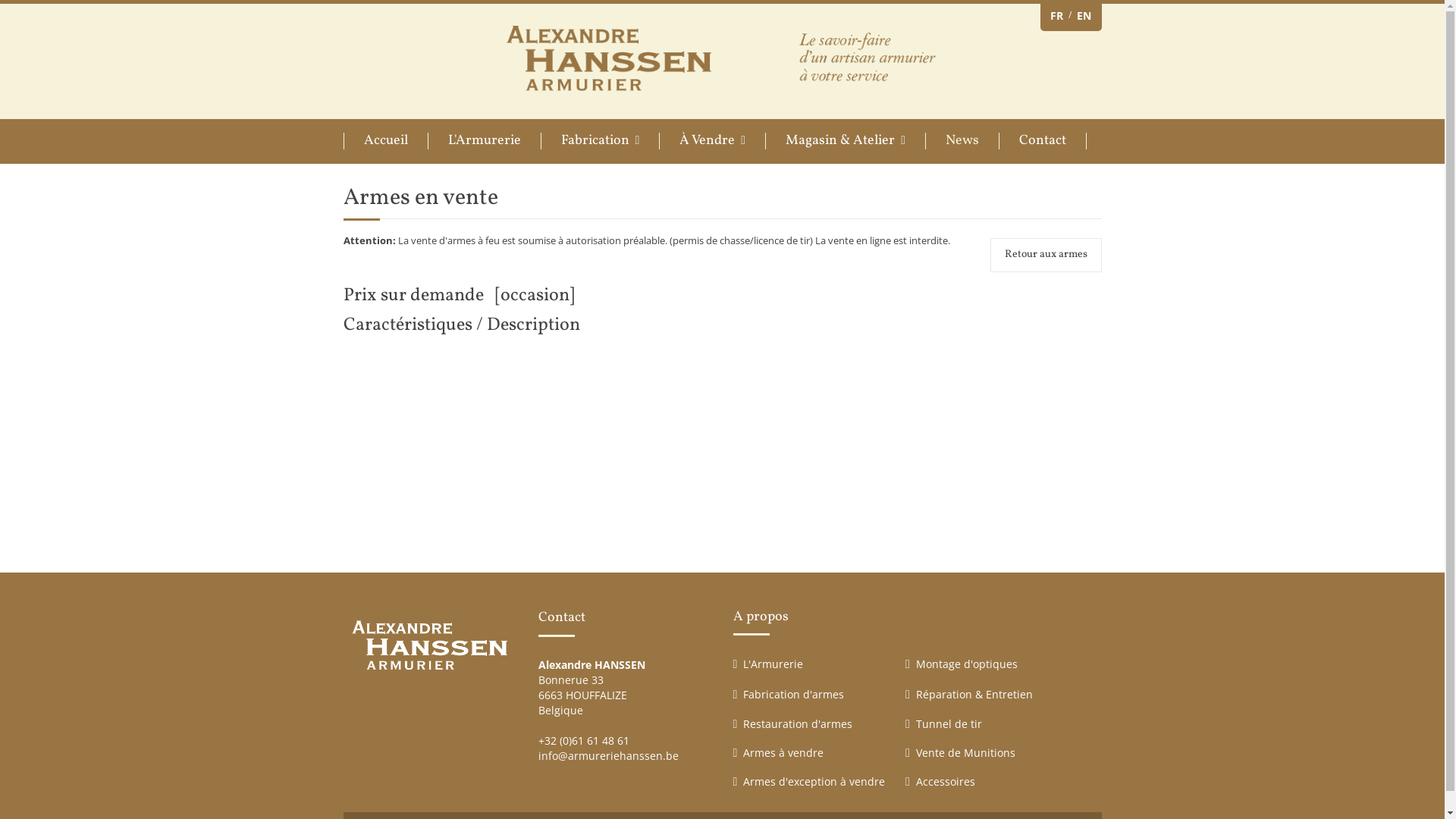  I want to click on 'Magasin & Atelier', so click(844, 140).